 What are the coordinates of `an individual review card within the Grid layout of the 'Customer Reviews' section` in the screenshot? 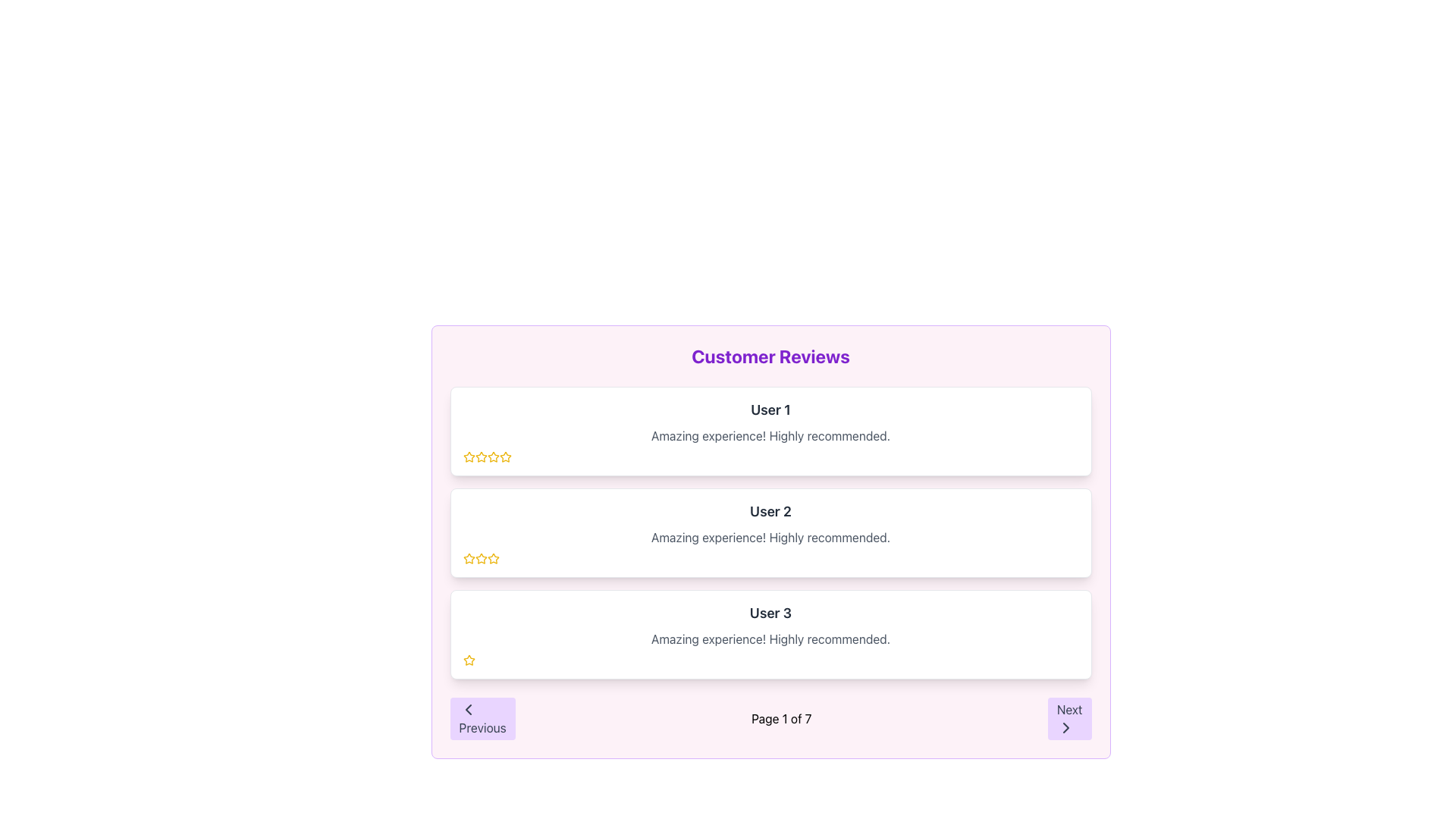 It's located at (770, 532).